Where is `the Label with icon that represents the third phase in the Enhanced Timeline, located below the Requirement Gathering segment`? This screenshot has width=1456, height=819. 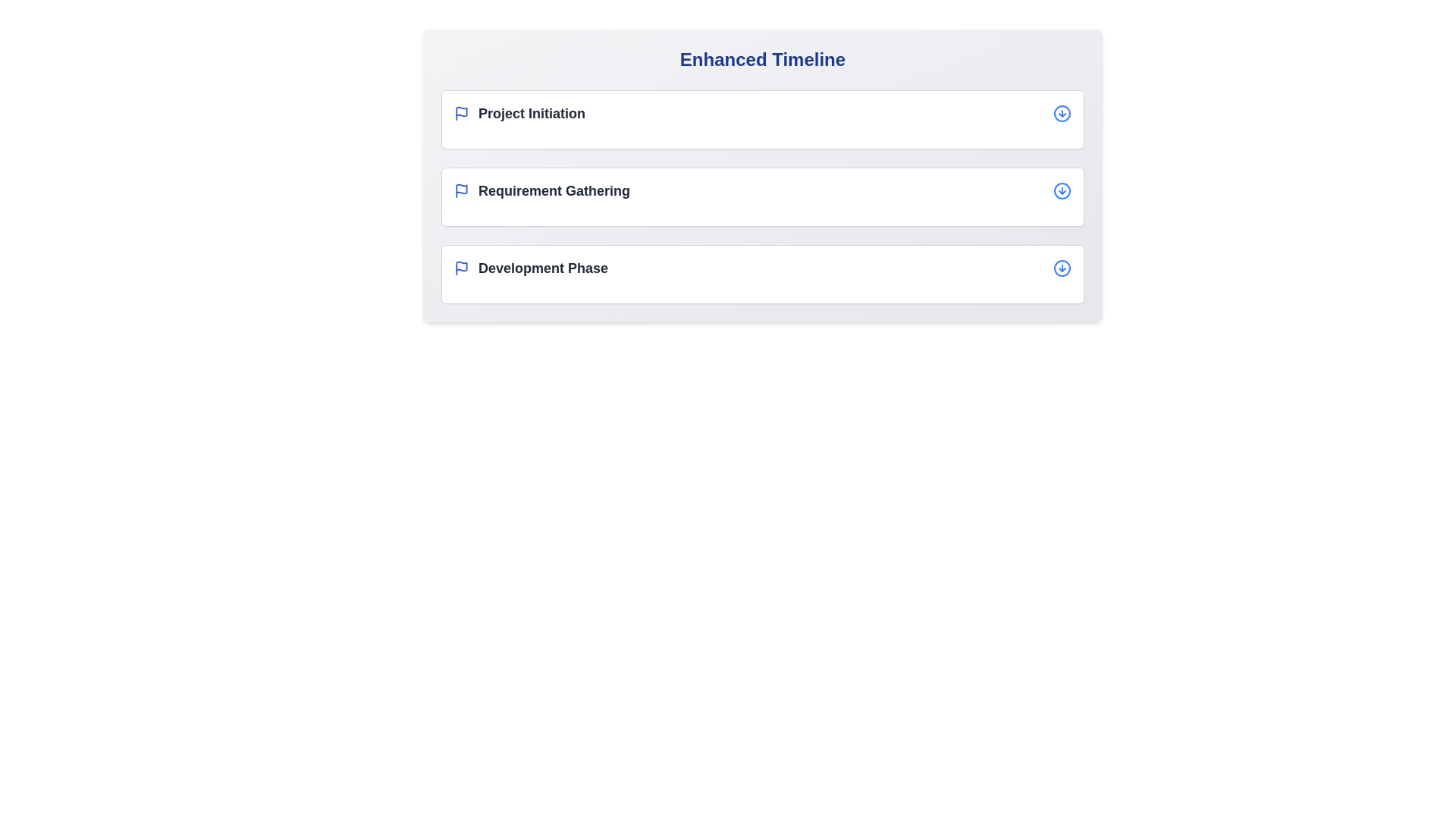 the Label with icon that represents the third phase in the Enhanced Timeline, located below the Requirement Gathering segment is located at coordinates (531, 268).